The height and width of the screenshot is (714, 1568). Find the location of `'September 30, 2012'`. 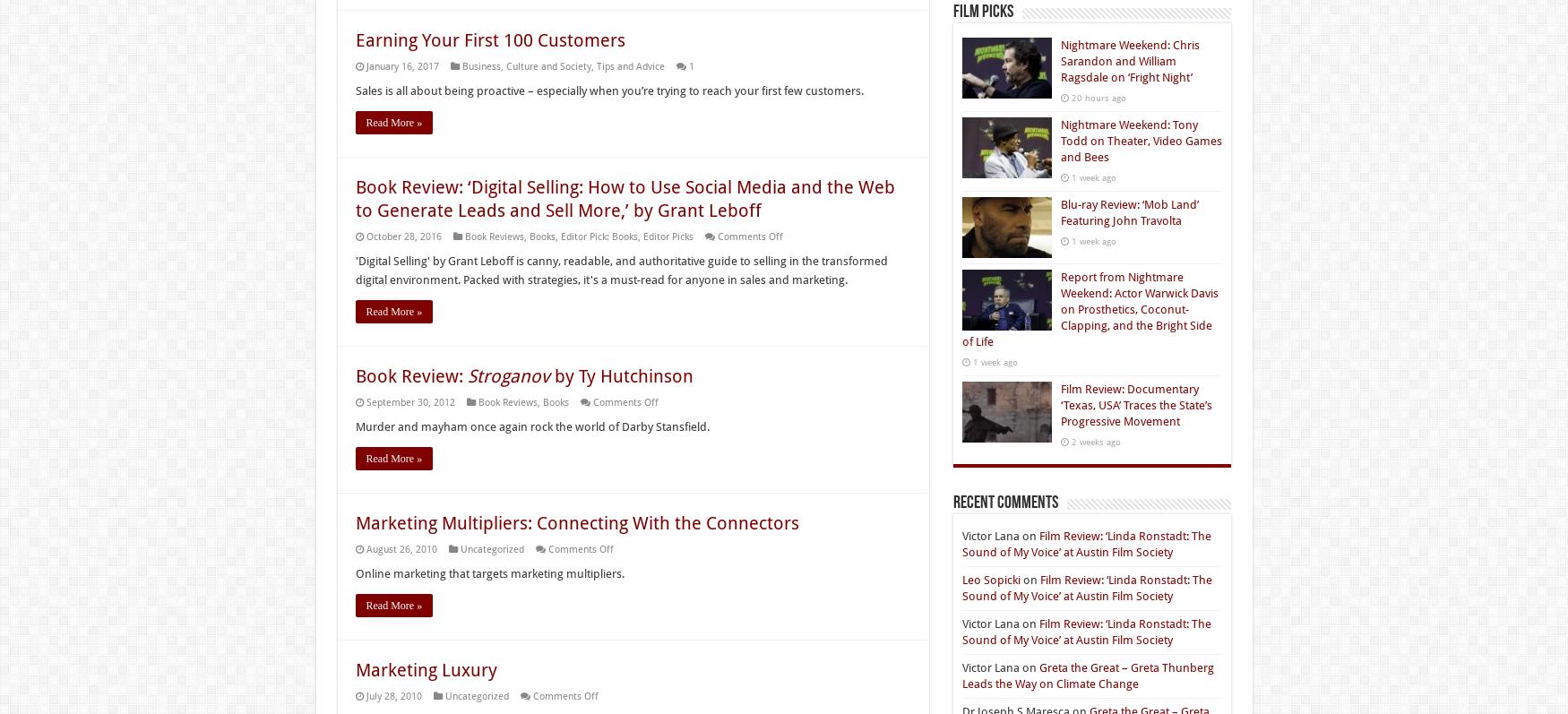

'September 30, 2012' is located at coordinates (409, 401).